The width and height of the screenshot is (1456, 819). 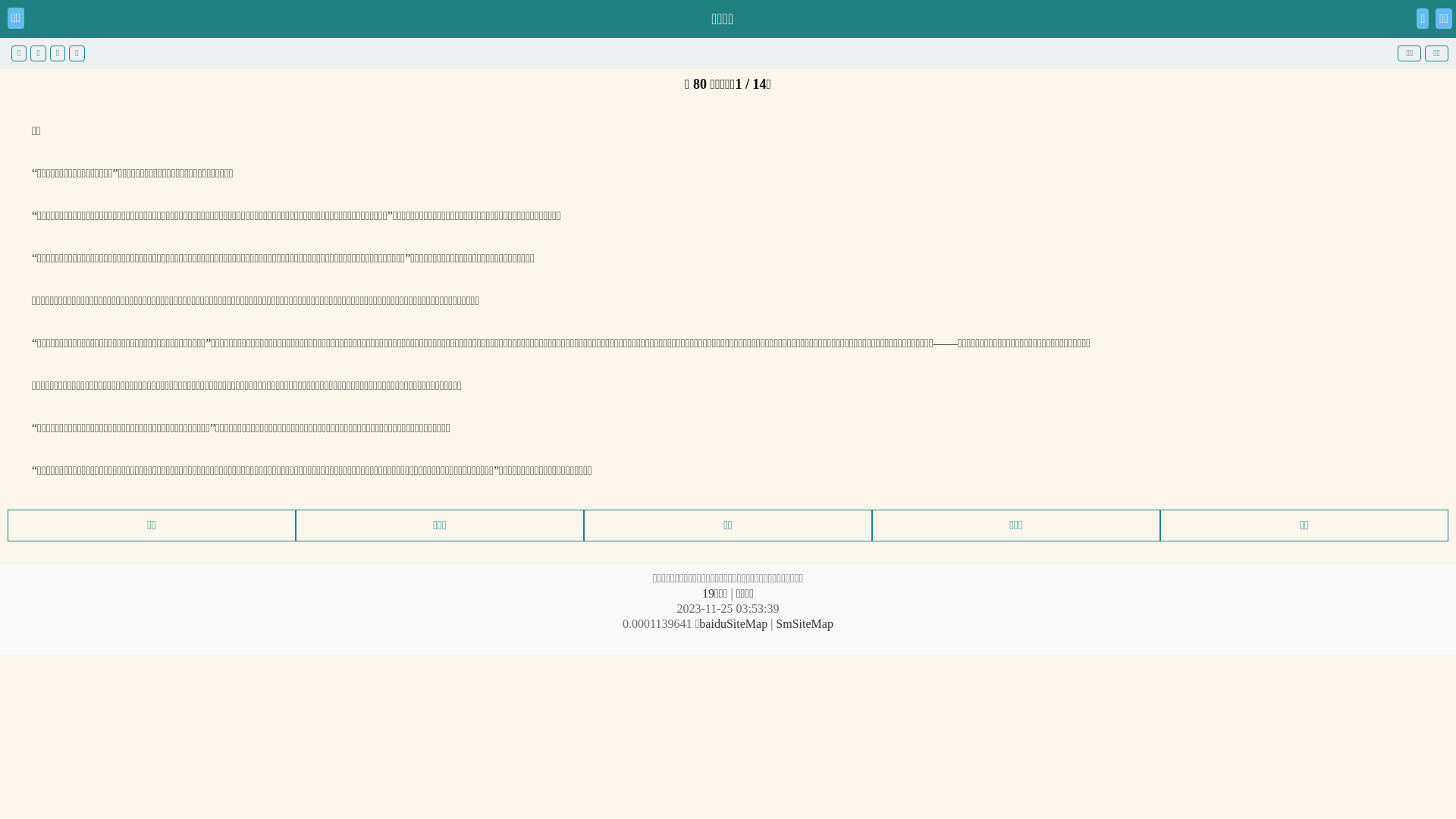 What do you see at coordinates (733, 623) in the screenshot?
I see `'baiduSiteMap'` at bounding box center [733, 623].